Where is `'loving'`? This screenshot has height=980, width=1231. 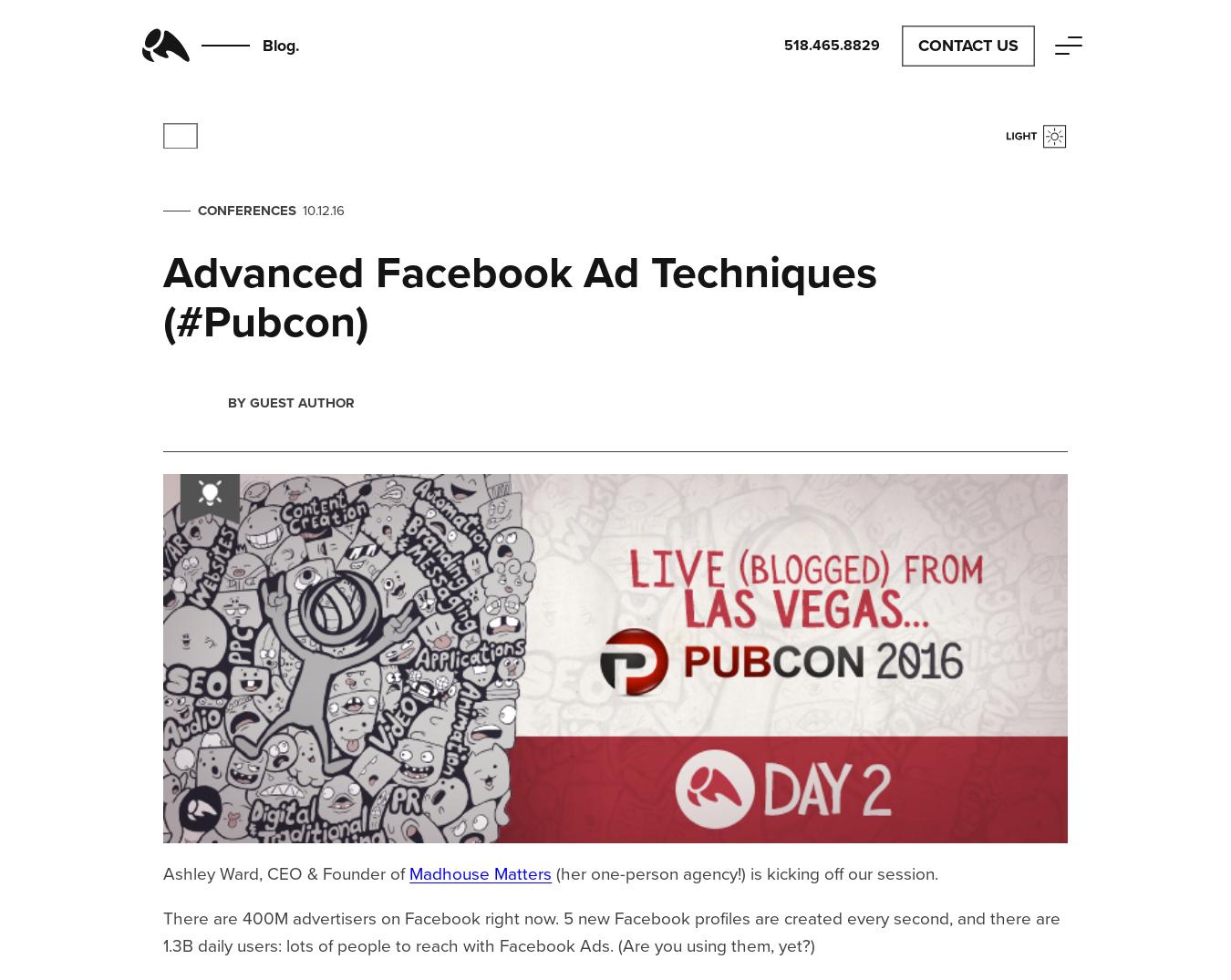 'loving' is located at coordinates (310, 354).